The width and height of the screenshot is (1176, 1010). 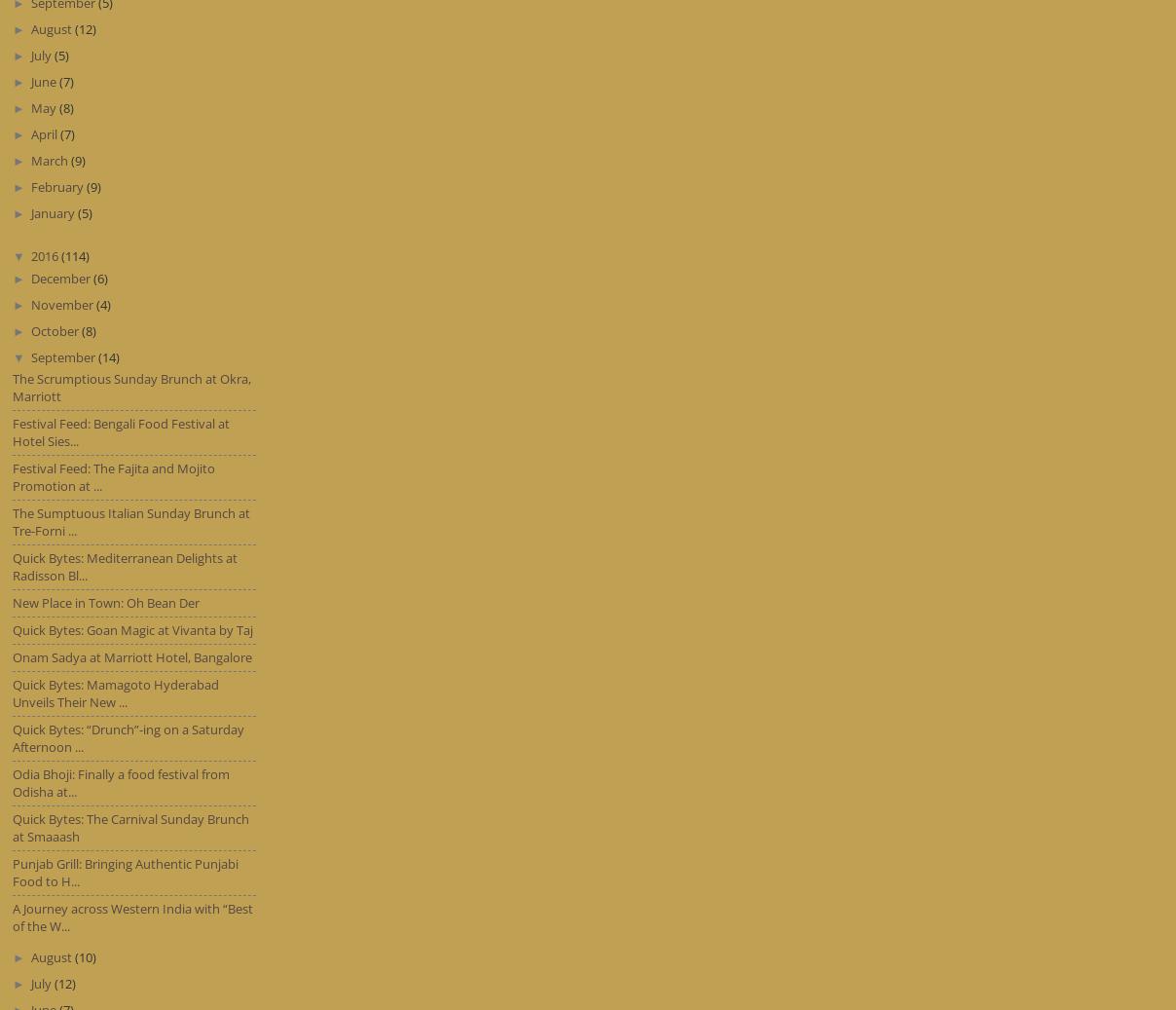 I want to click on 'Quick Bytes: “Drunch”-ing on a Saturday Afternoon ...', so click(x=128, y=738).